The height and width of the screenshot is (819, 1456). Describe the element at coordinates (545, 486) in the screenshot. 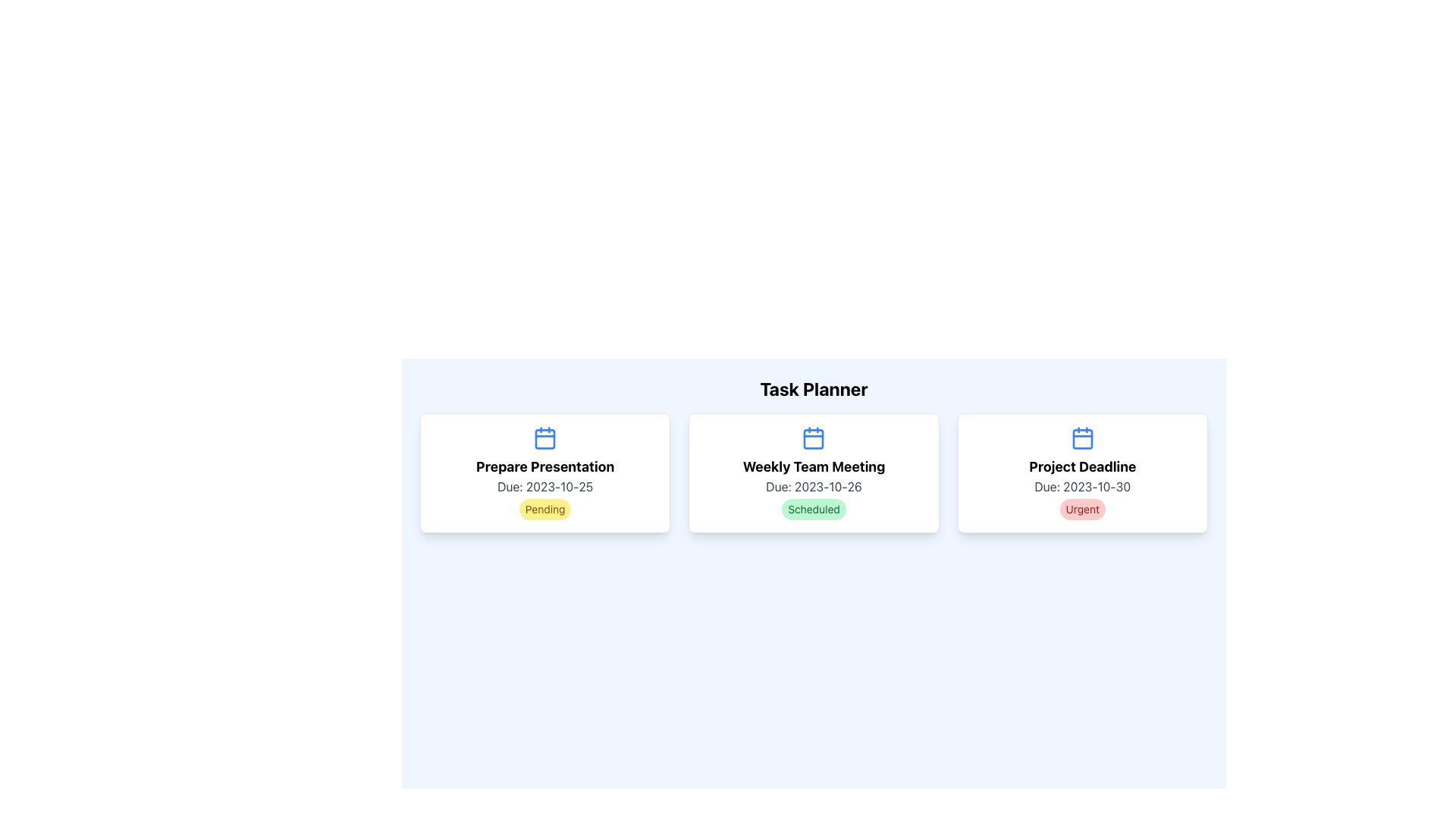

I see `due date information from the text field located below the title 'Prepare Presentation' and above the status badge 'Pending' in the leftmost card` at that location.